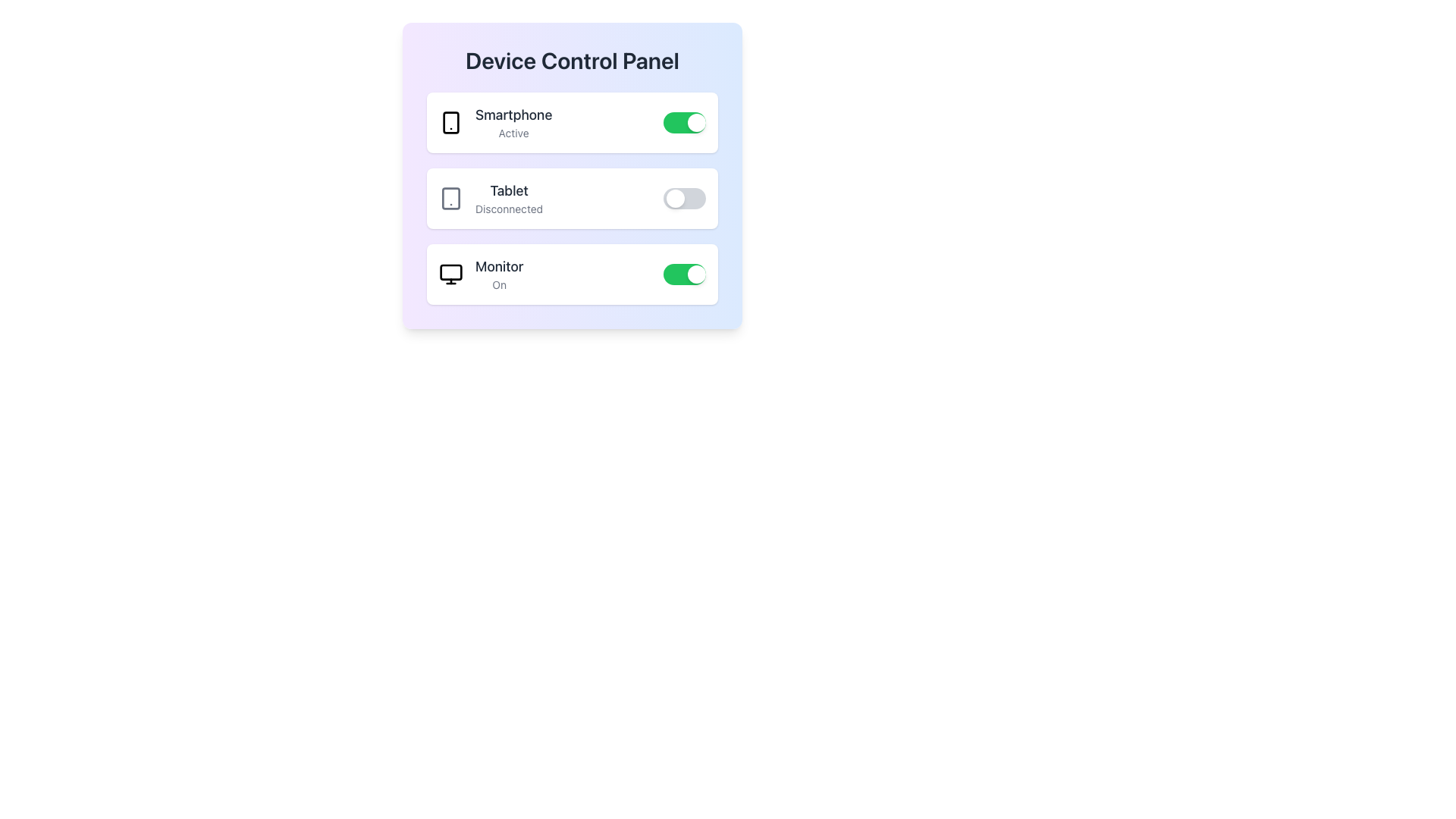 The width and height of the screenshot is (1456, 819). I want to click on text content of the 'Active' status label for the device labeled 'Smartphone', which is located in the first item of the vertically aligned list in the 'Device Control Panel', so click(513, 122).